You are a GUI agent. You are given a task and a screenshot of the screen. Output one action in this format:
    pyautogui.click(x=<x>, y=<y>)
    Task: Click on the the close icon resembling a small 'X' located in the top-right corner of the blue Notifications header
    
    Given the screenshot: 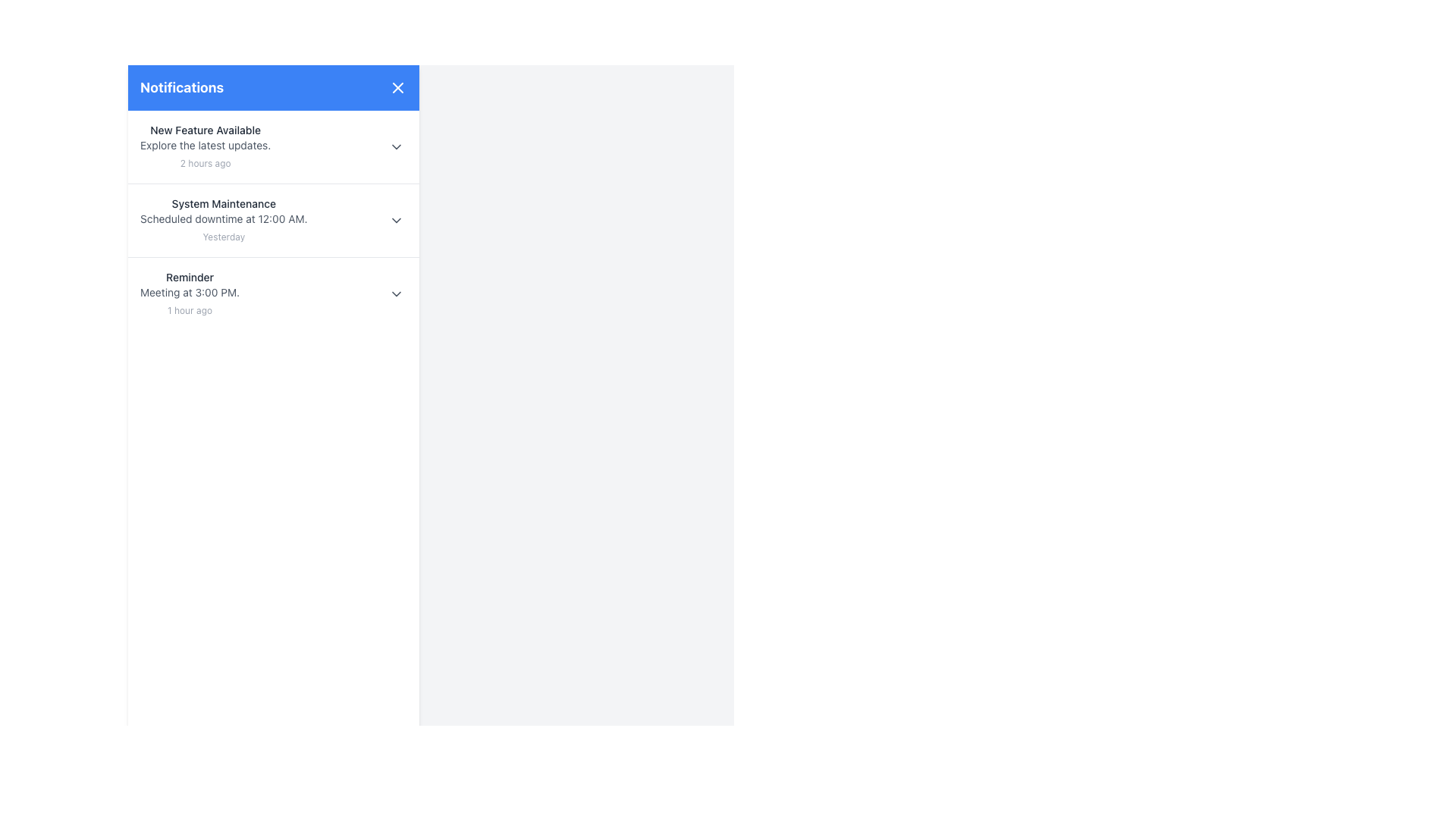 What is the action you would take?
    pyautogui.click(x=397, y=87)
    